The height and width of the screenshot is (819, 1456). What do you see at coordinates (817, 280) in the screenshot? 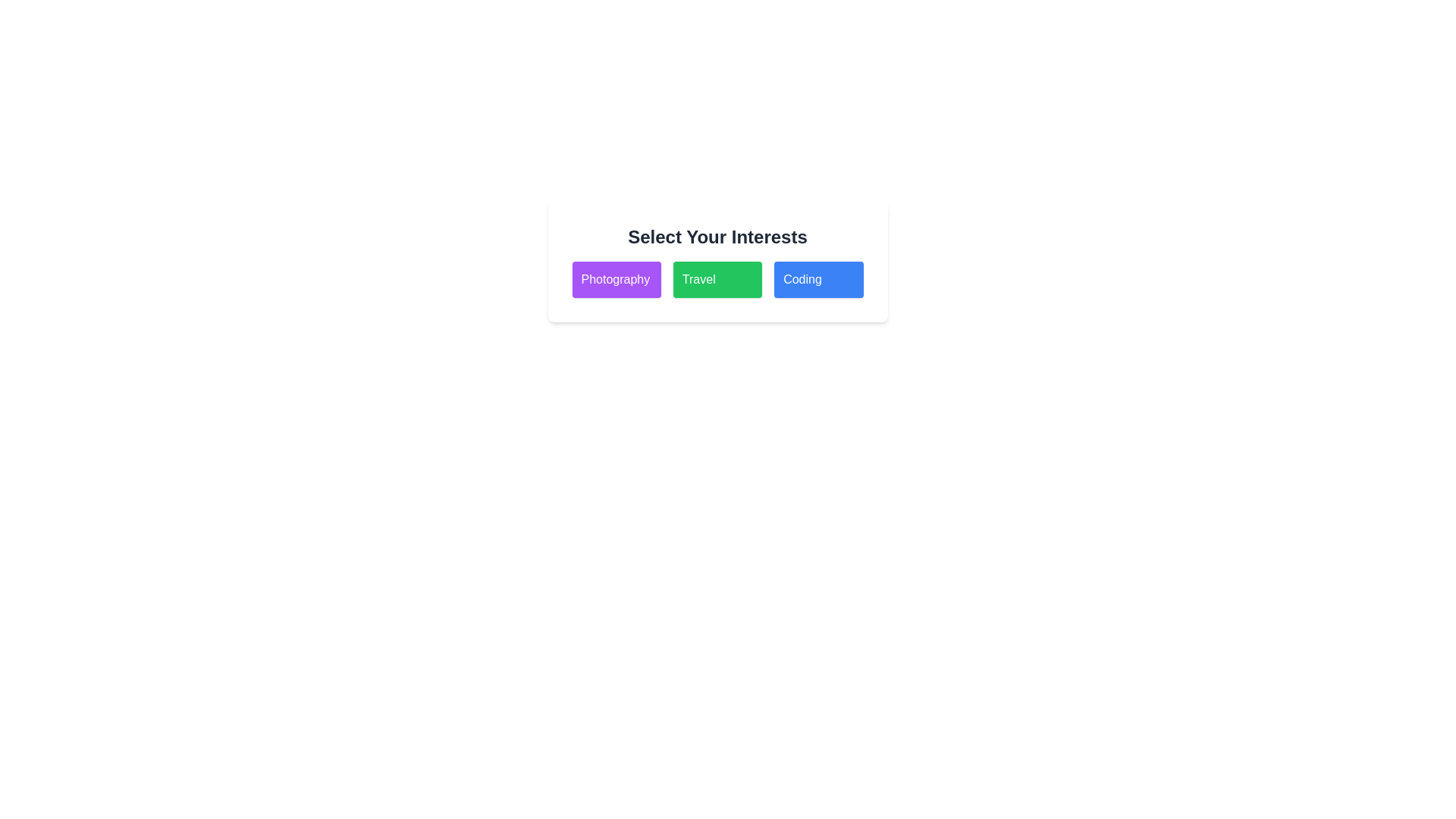
I see `the tag Coding to observe the hover effect` at bounding box center [817, 280].